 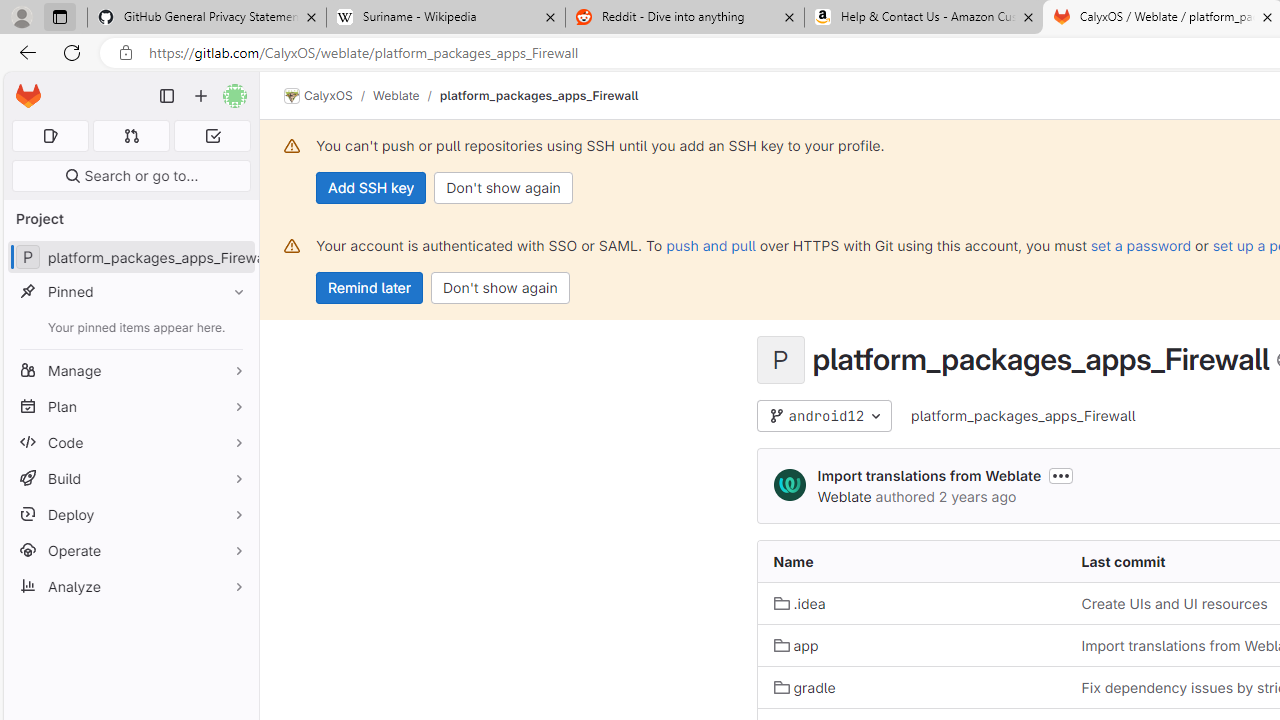 I want to click on 'push and pull', so click(x=711, y=244).